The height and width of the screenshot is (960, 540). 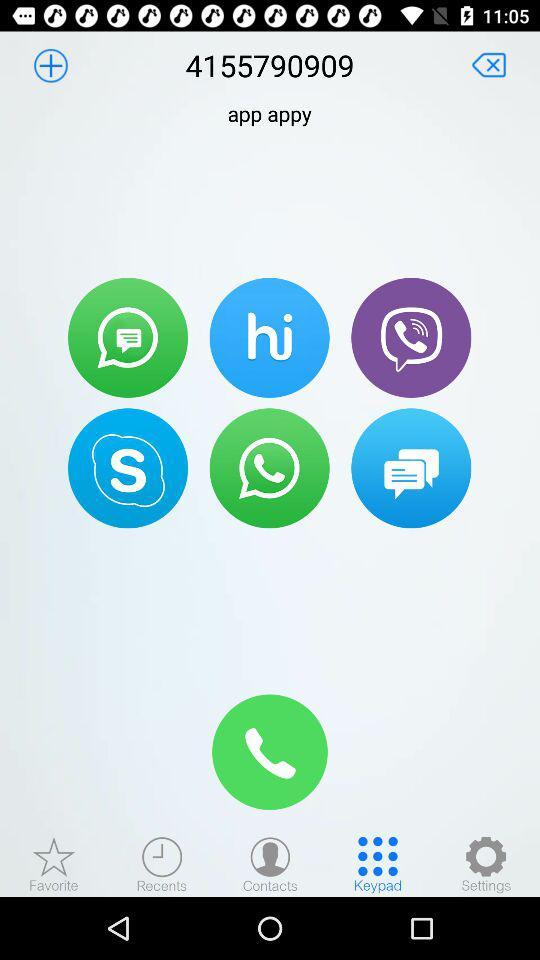 I want to click on open hi, so click(x=269, y=337).